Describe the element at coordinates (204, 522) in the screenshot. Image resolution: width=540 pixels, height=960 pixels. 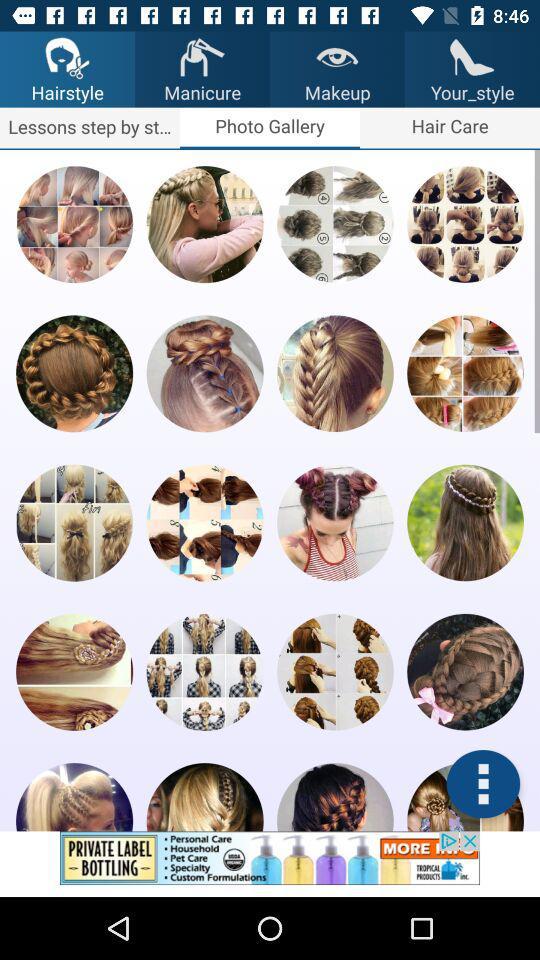
I see `image` at that location.